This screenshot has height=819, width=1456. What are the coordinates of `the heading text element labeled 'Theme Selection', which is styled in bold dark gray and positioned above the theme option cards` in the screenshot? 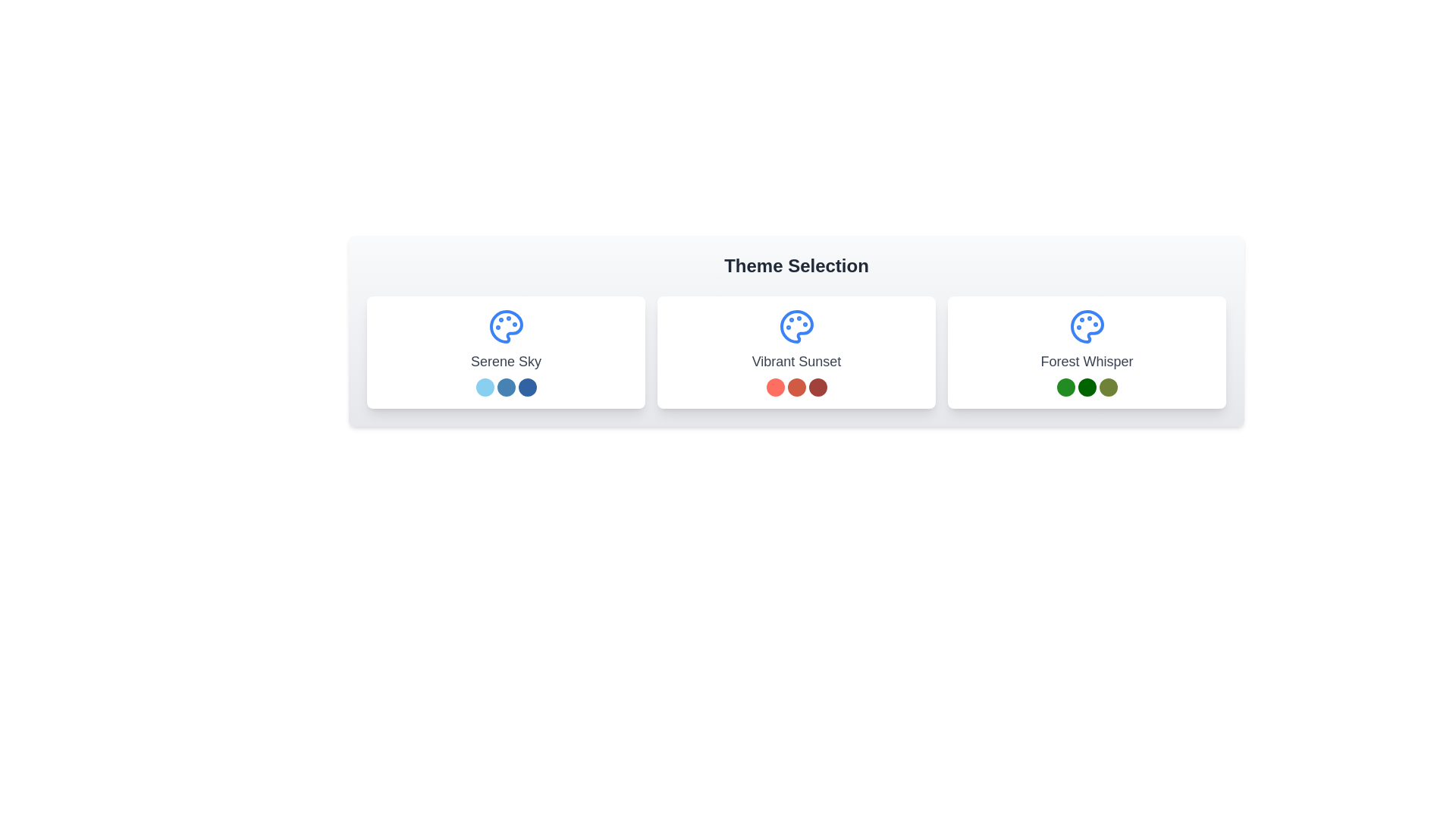 It's located at (795, 265).